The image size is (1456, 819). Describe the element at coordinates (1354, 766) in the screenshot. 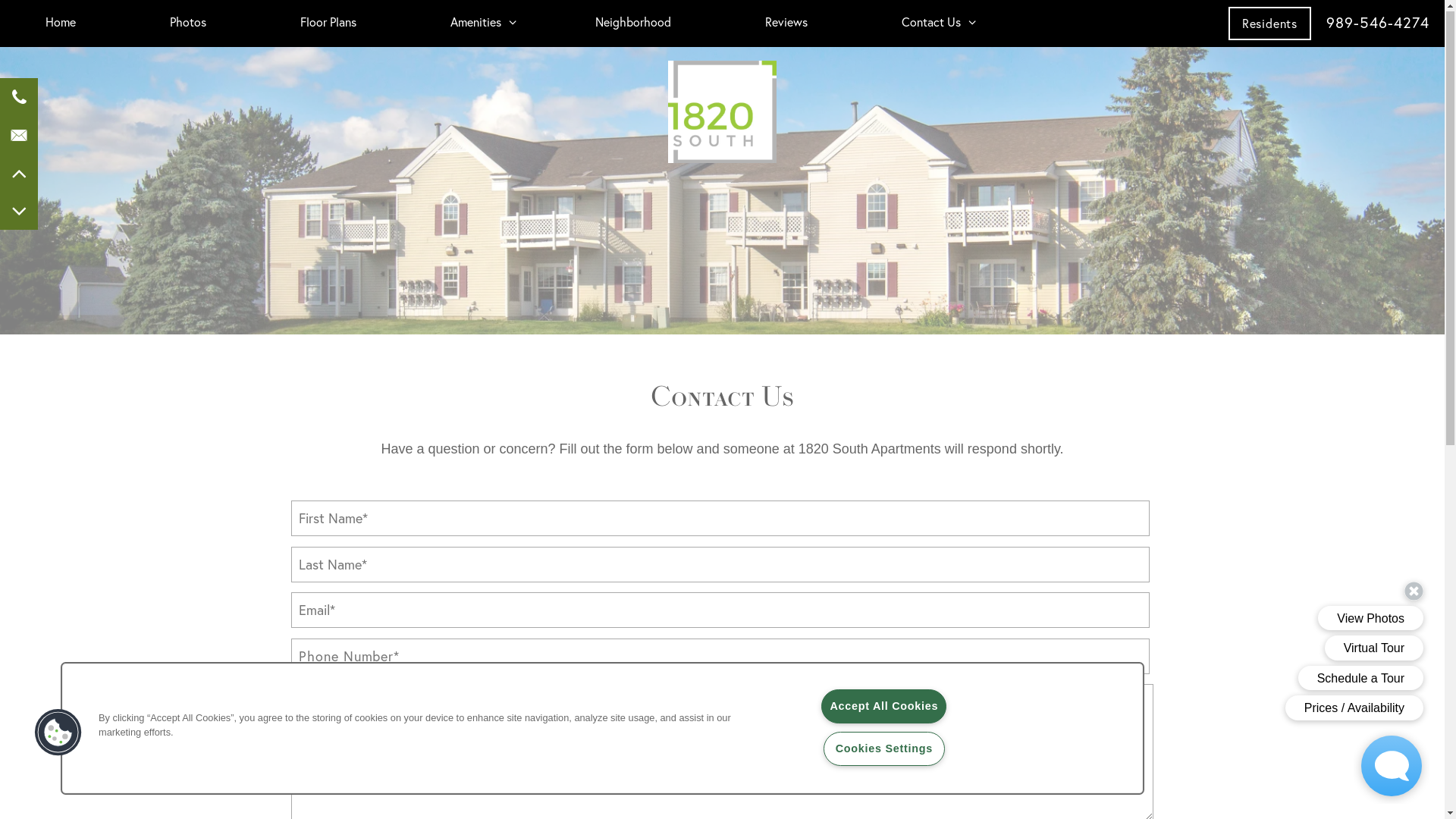

I see `'Knock Chat Bot'` at that location.